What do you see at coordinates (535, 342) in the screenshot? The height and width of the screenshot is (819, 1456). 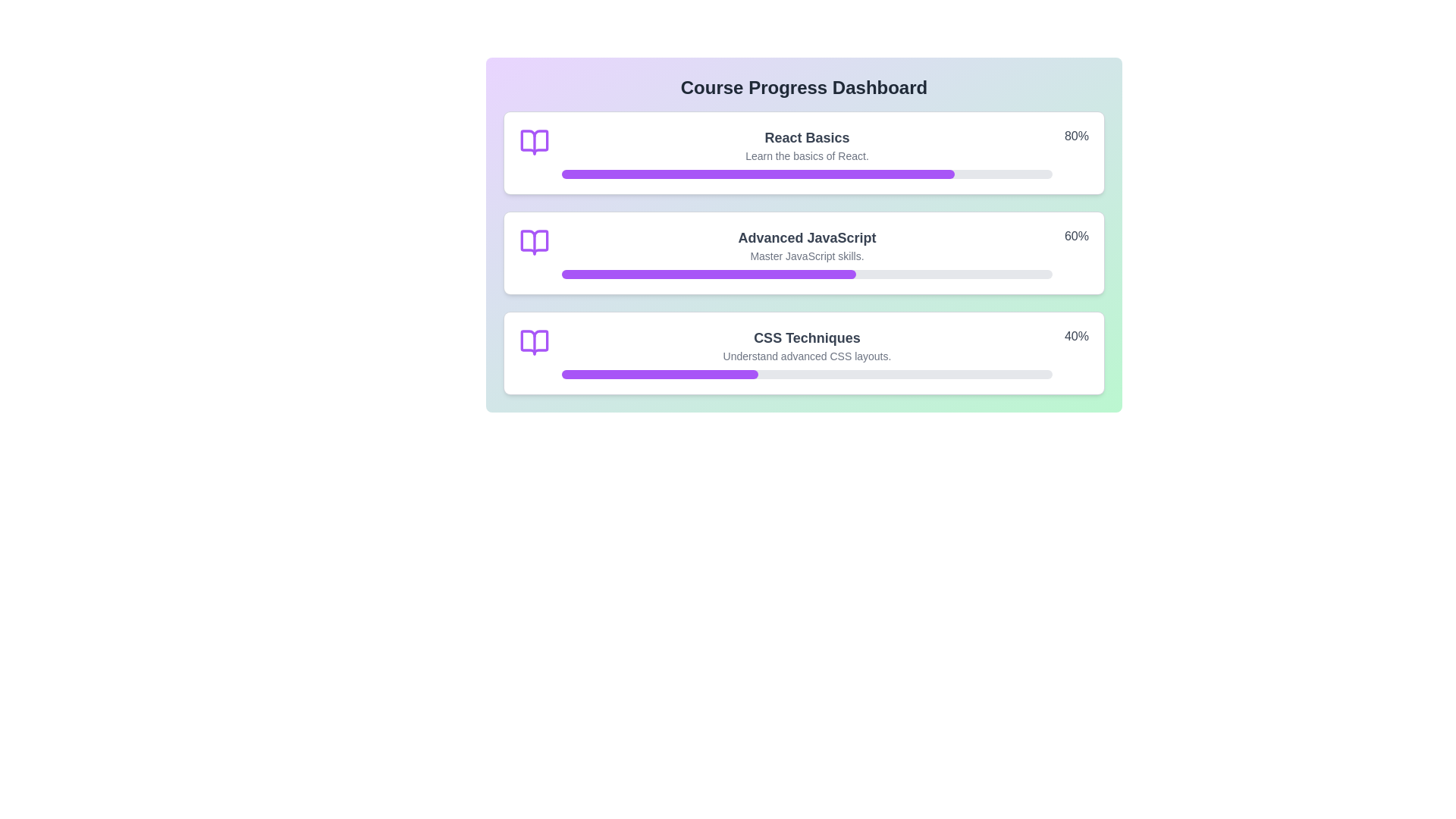 I see `the open book icon with a purple outline located in the 'CSS Techniques' course card on the Course Progress Dashboard` at bounding box center [535, 342].